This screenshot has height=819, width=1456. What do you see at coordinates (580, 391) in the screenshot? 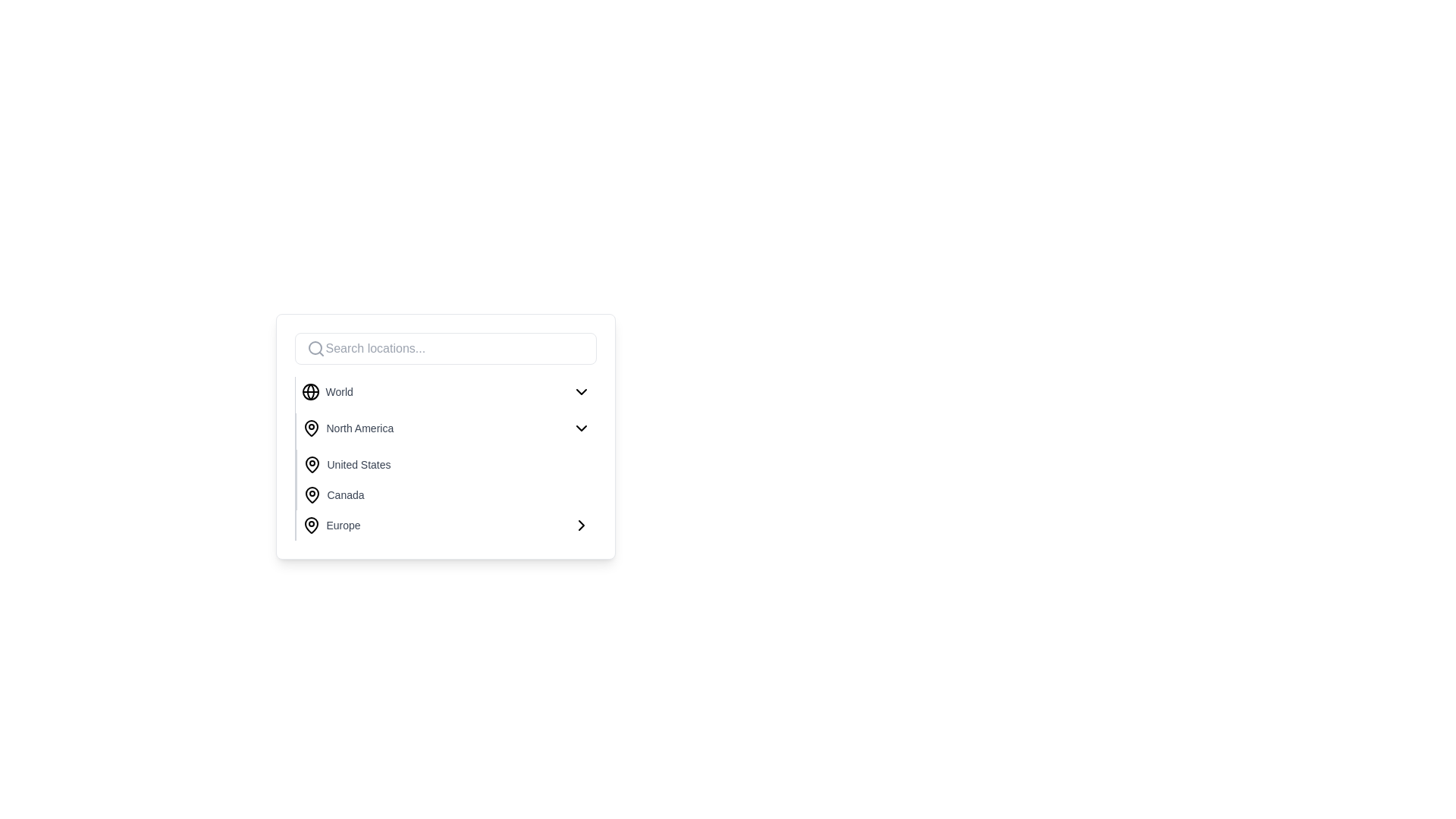
I see `the dropdown trigger icon located at the far right side of the 'World' row to provide potential visual feedback` at bounding box center [580, 391].